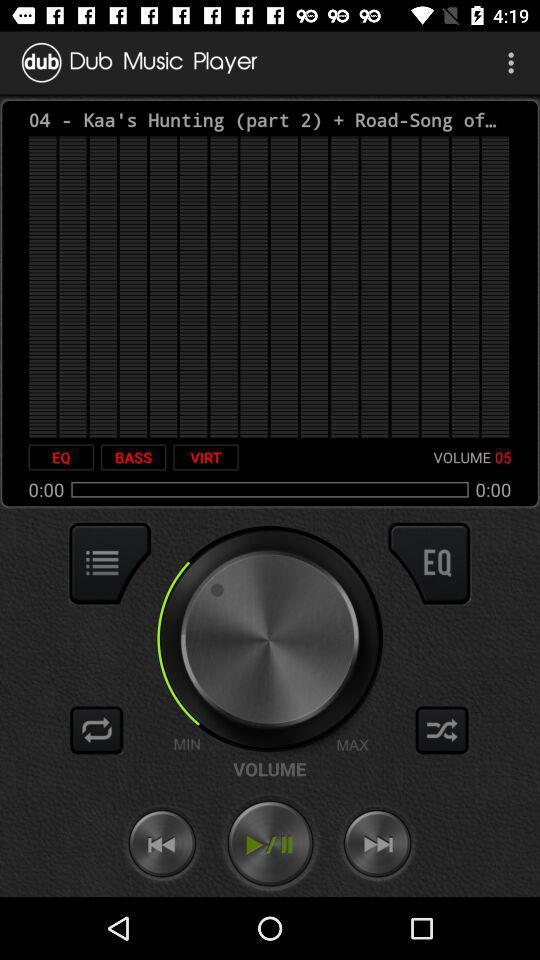 This screenshot has height=960, width=540. What do you see at coordinates (205, 457) in the screenshot?
I see `the icon to the left of the volume item` at bounding box center [205, 457].